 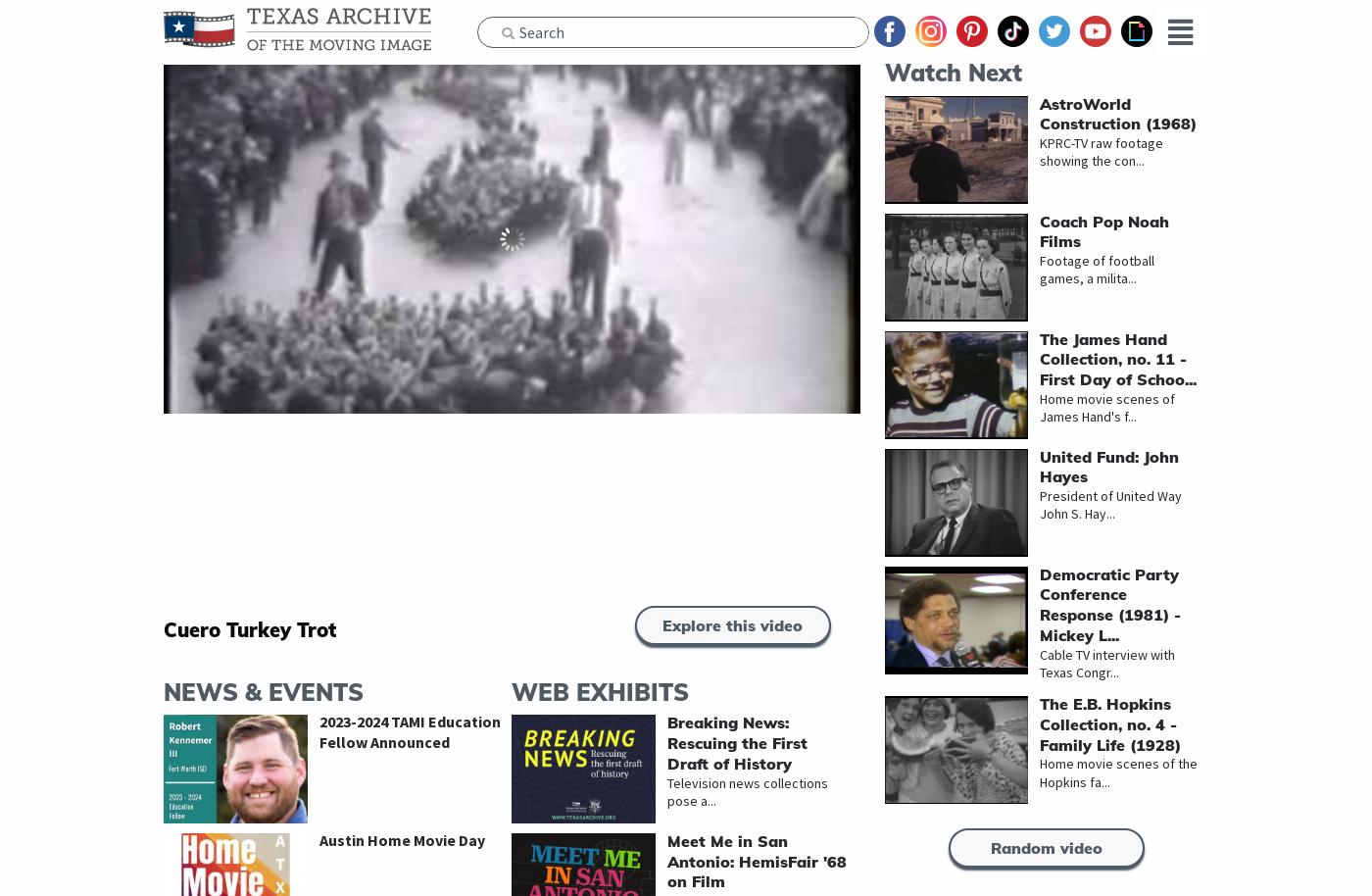 What do you see at coordinates (402, 838) in the screenshot?
I see `'Austin Home Movie Day'` at bounding box center [402, 838].